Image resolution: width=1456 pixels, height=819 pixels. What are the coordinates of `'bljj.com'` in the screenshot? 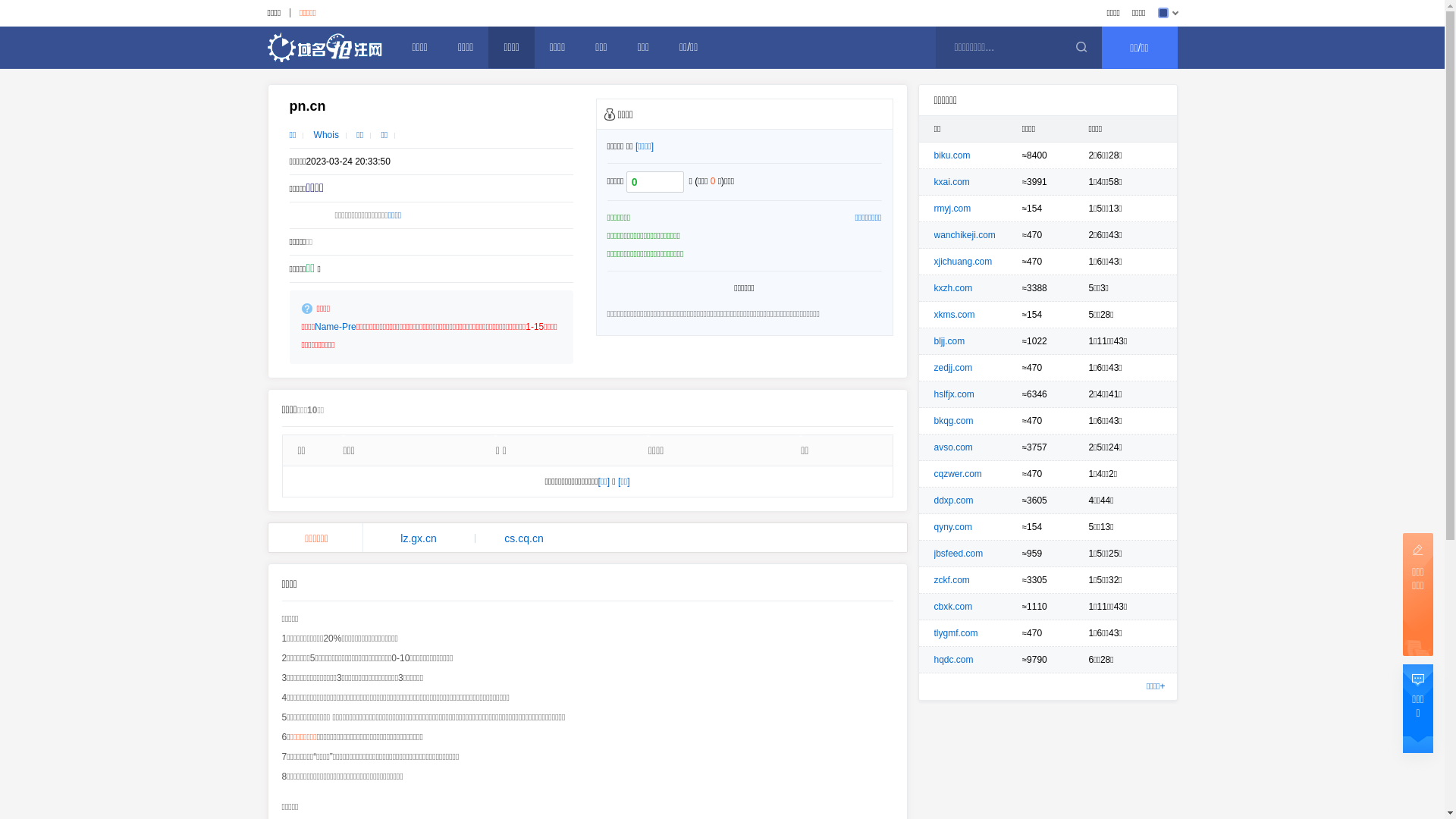 It's located at (949, 341).